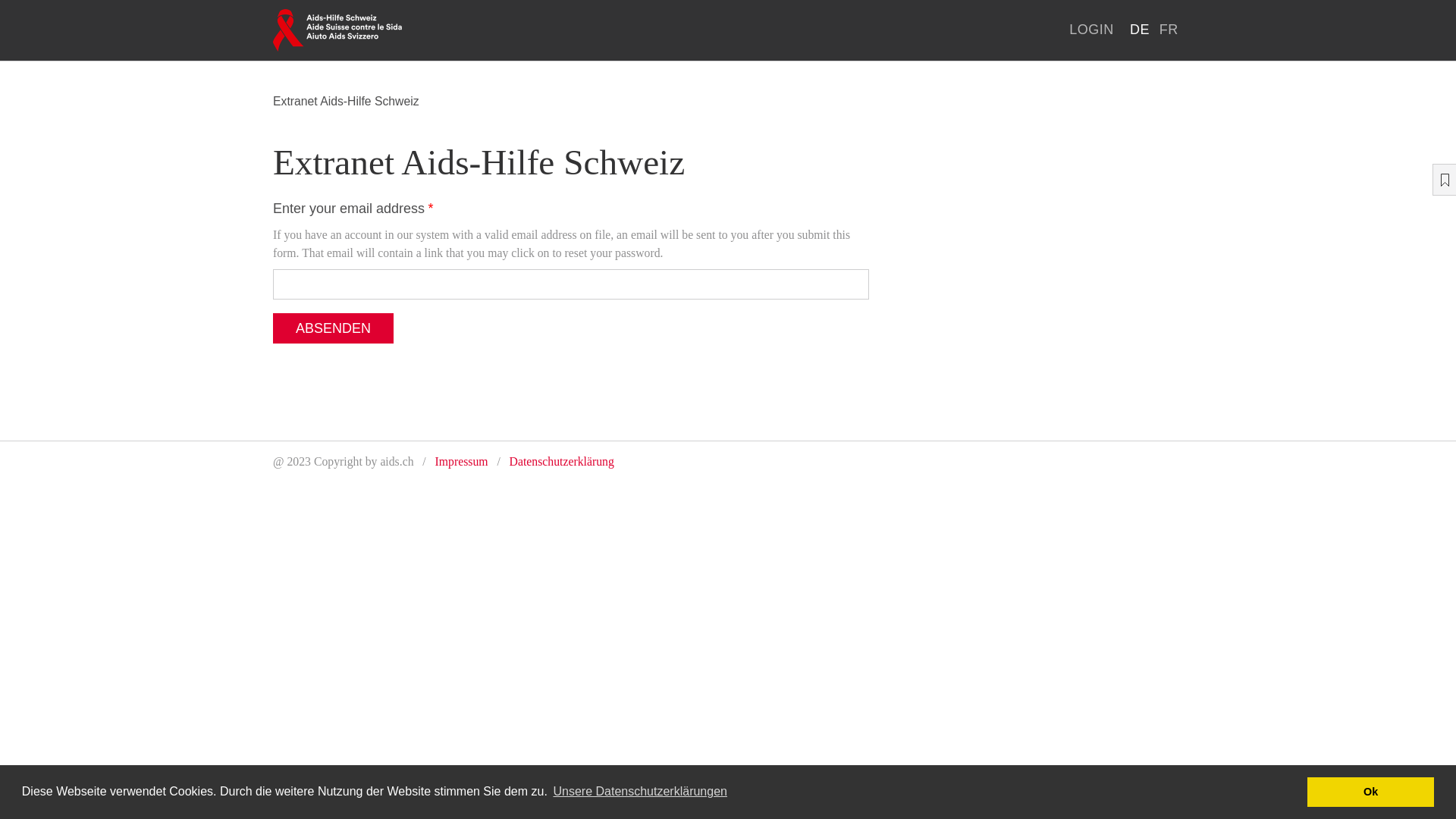 The height and width of the screenshot is (819, 1456). Describe the element at coordinates (337, 30) in the screenshot. I see `'Home'` at that location.